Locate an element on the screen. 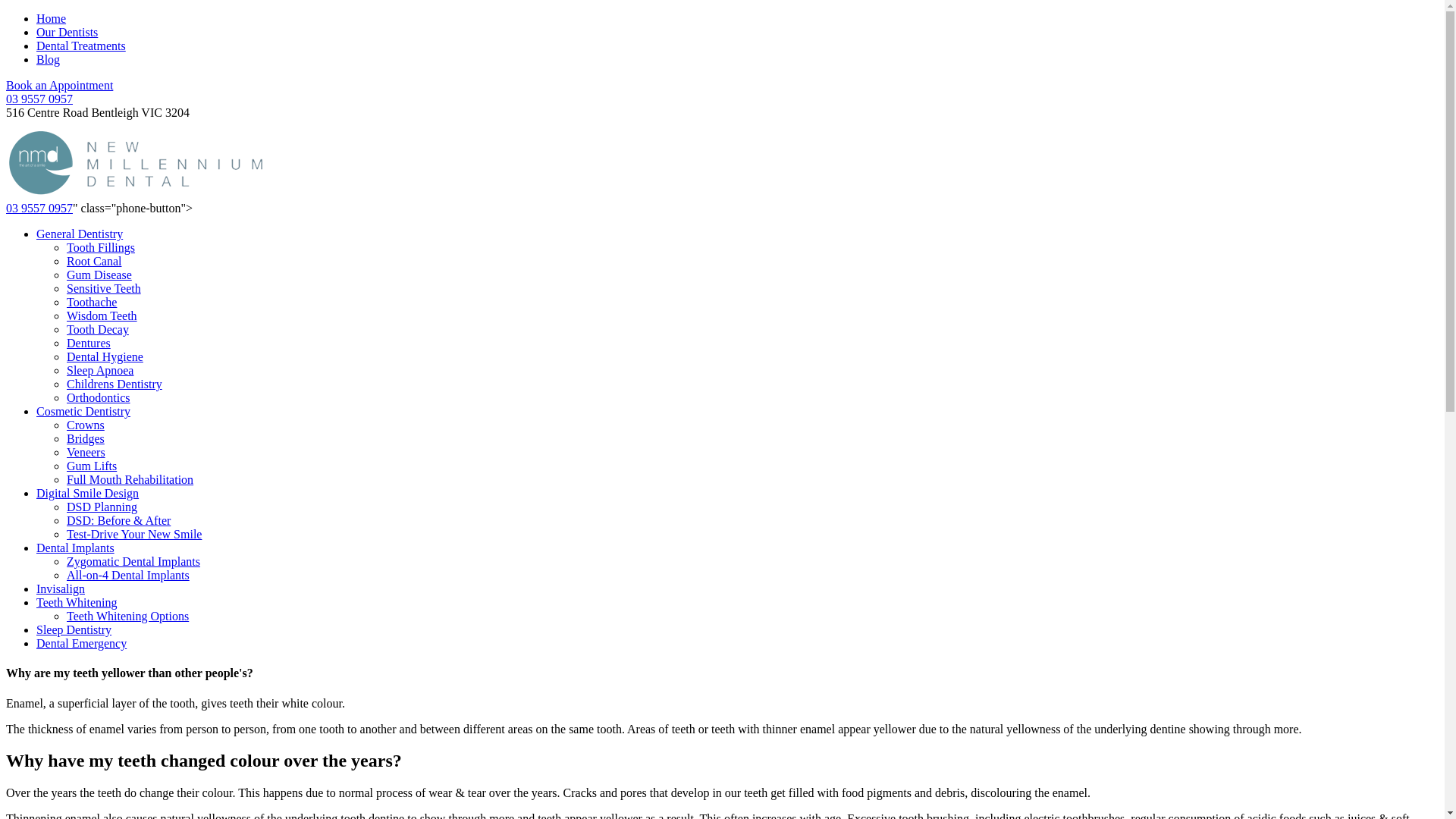 The height and width of the screenshot is (819, 1456). 'Gum Lifts' is located at coordinates (90, 465).